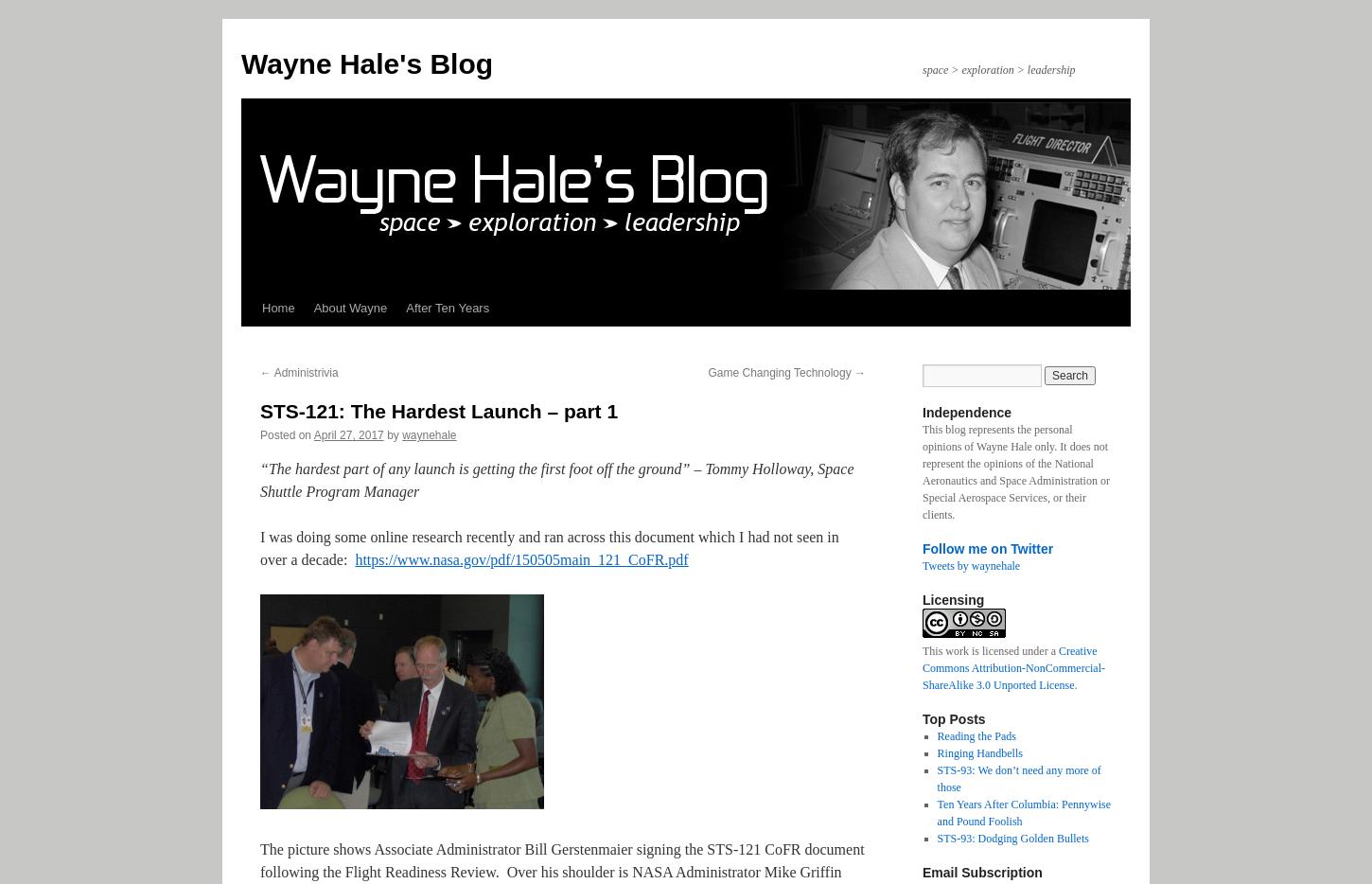 This screenshot has width=1372, height=884. What do you see at coordinates (260, 411) in the screenshot?
I see `'STS-121: The Hardest Launch – part 1'` at bounding box center [260, 411].